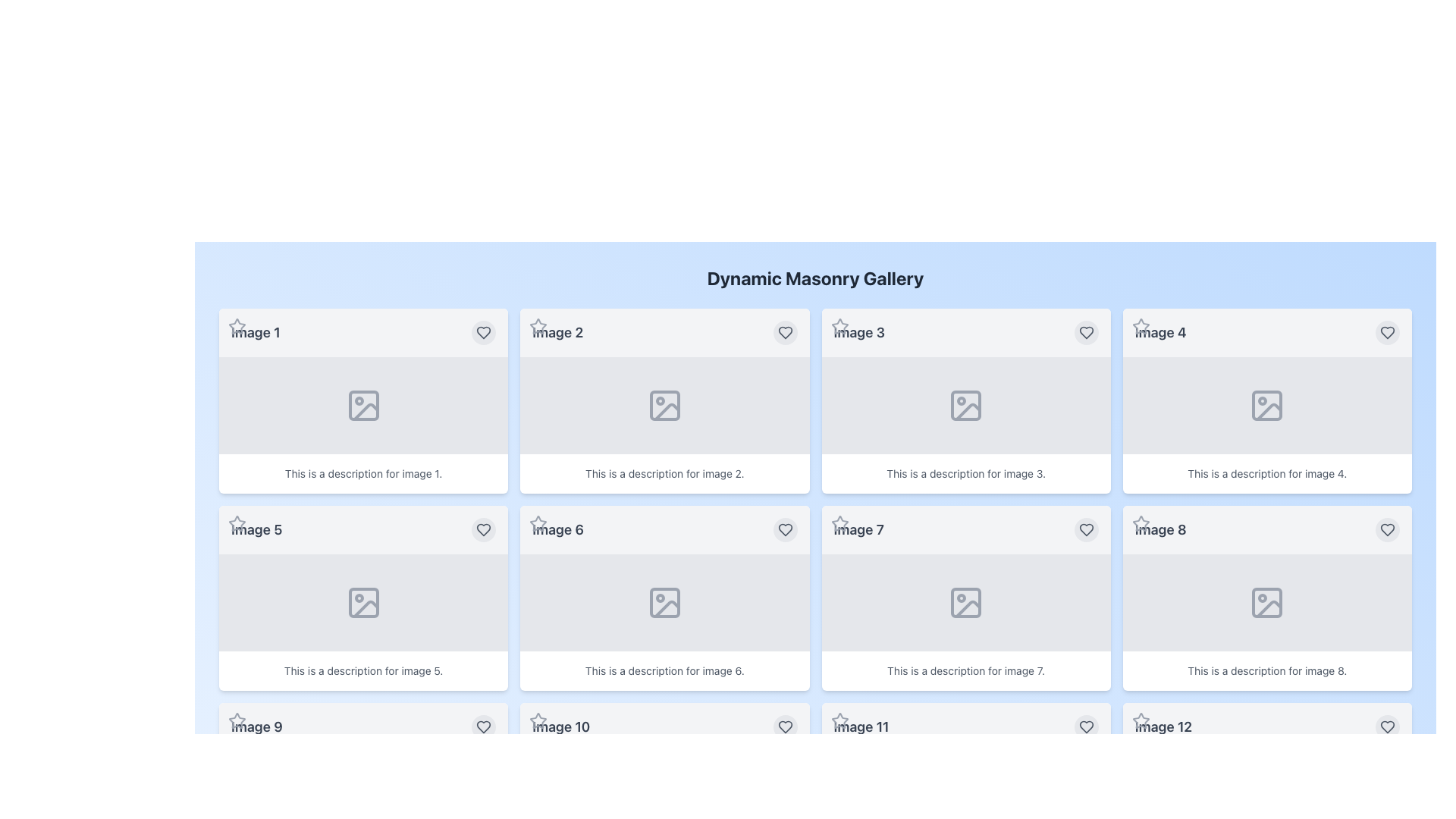 This screenshot has width=1456, height=819. Describe the element at coordinates (785, 529) in the screenshot. I see `the heart-shaped icon located in the top-right corner of the card labeled 'Image 6'` at that location.